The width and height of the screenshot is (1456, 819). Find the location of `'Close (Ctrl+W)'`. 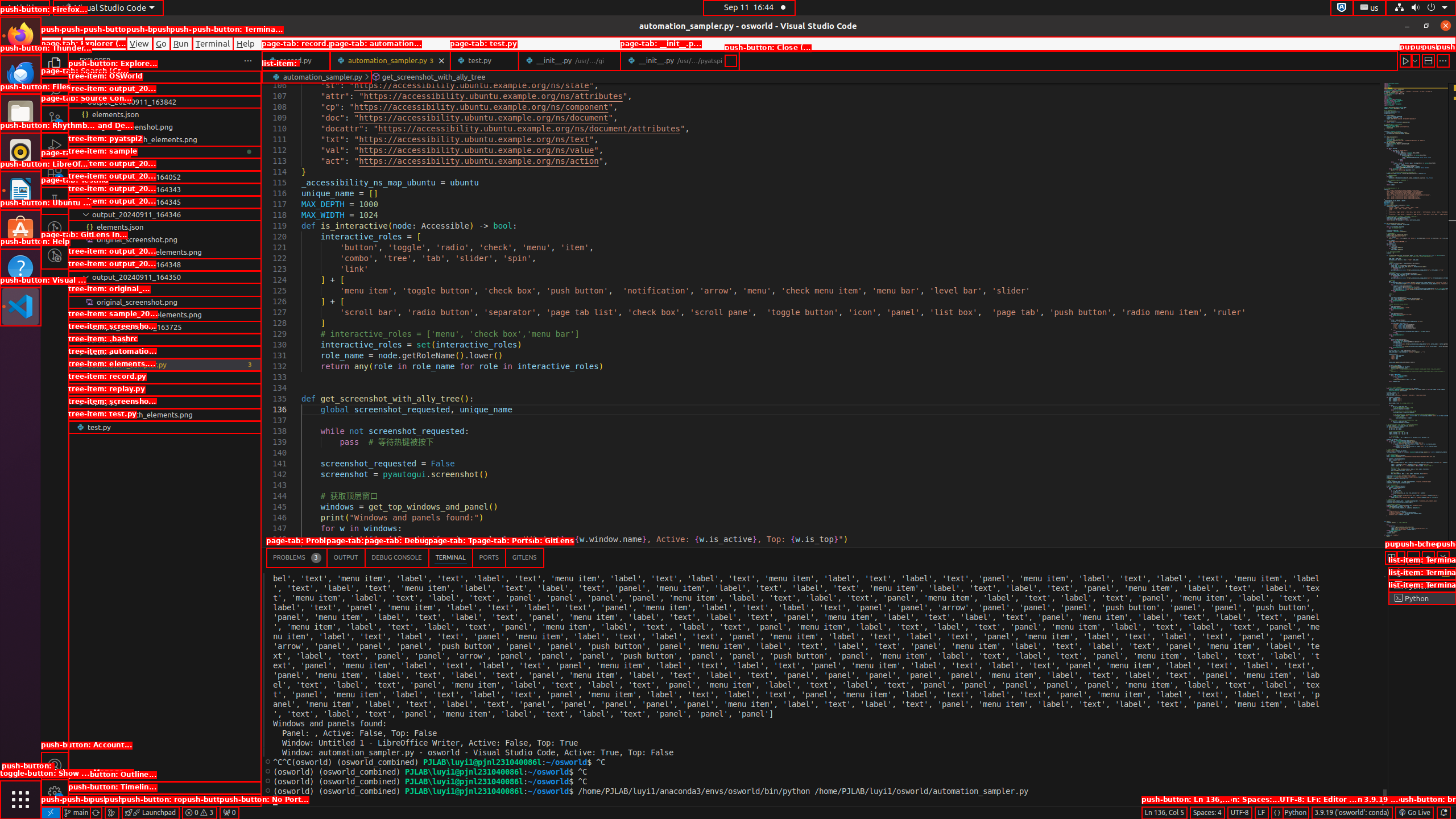

'Close (Ctrl+W)' is located at coordinates (730, 60).